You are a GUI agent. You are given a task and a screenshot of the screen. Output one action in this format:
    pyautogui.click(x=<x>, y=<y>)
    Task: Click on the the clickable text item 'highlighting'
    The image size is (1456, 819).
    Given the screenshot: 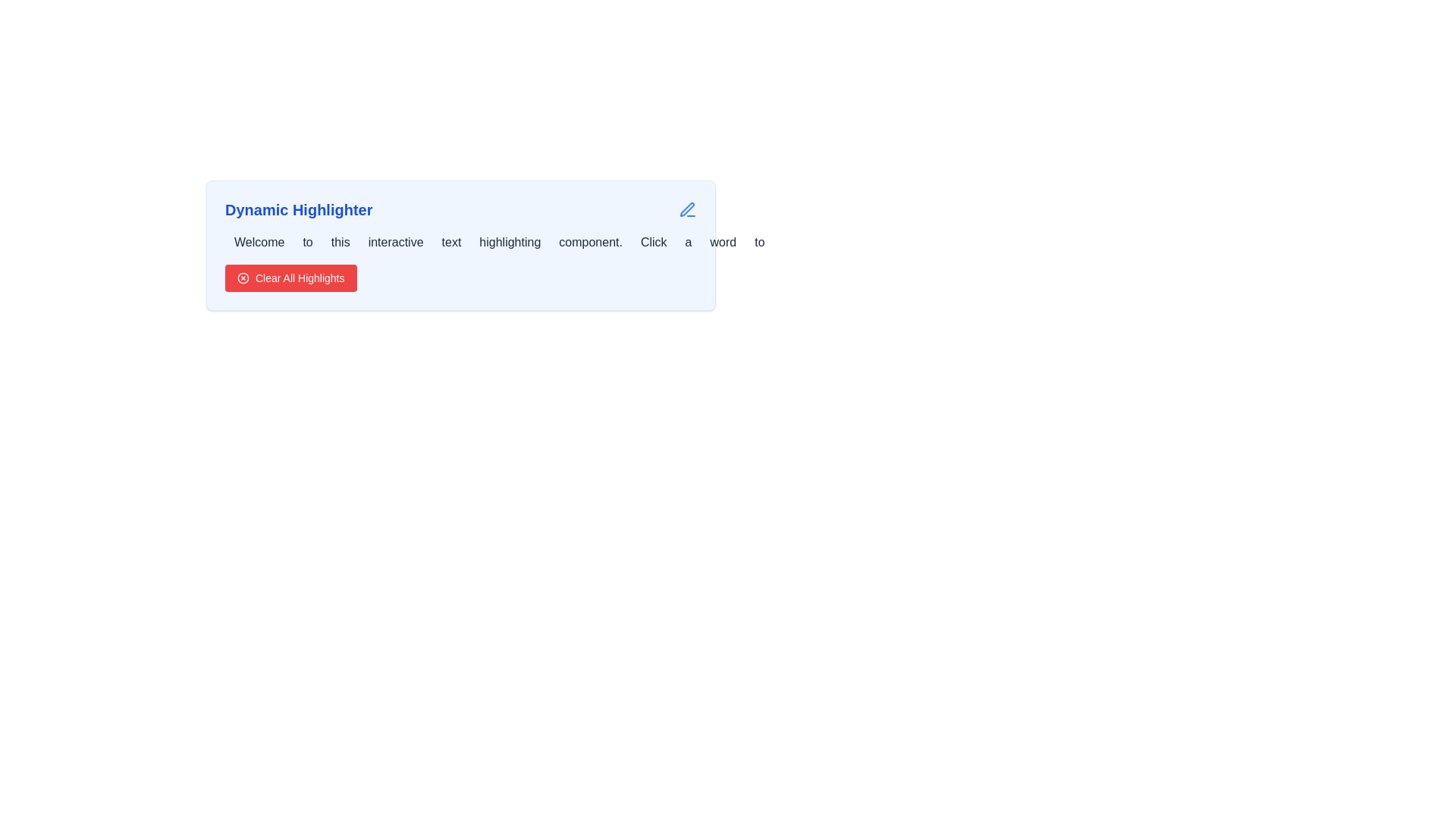 What is the action you would take?
    pyautogui.click(x=510, y=241)
    